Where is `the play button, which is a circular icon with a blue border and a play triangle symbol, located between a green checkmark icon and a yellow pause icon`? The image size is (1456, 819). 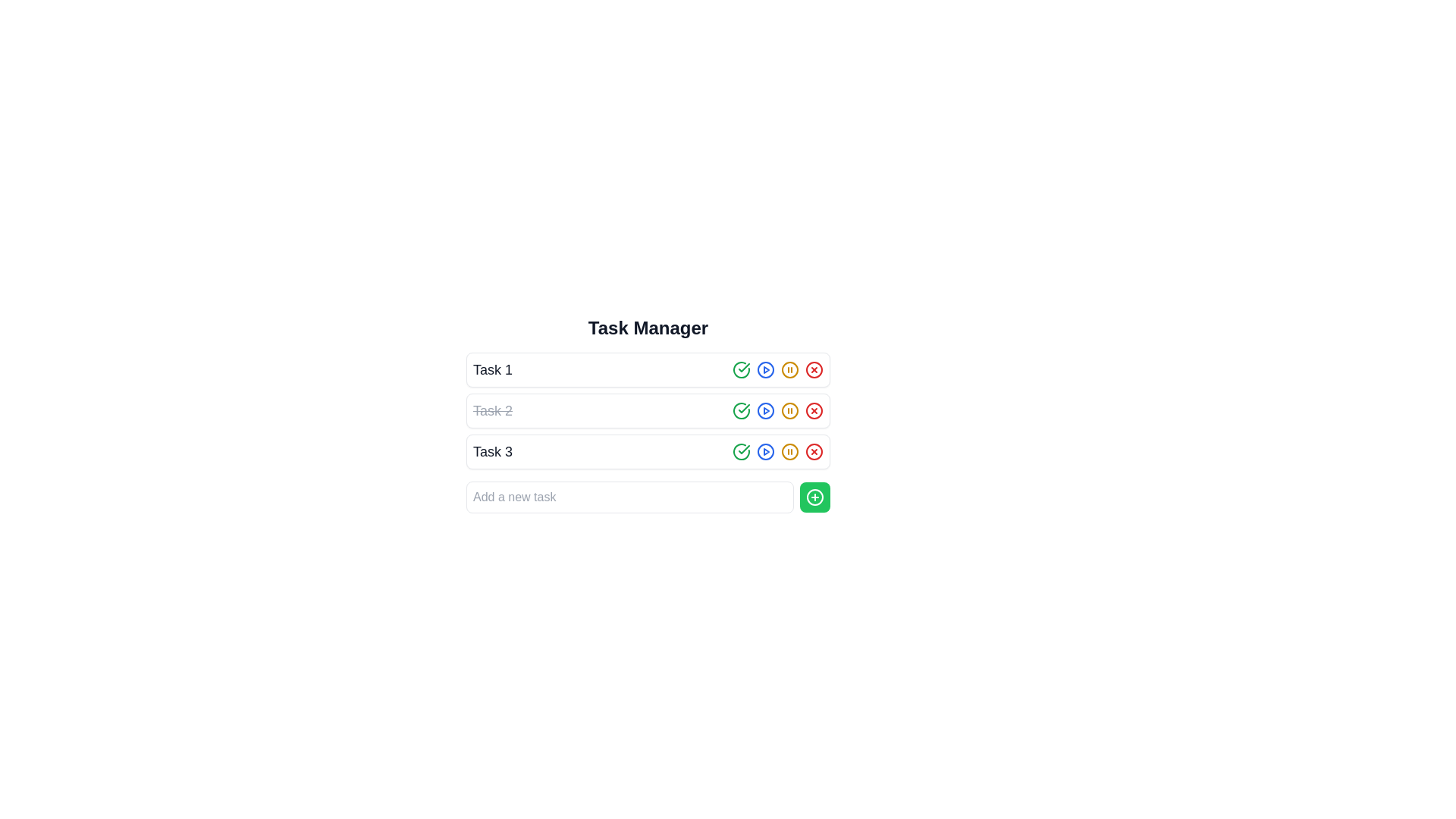
the play button, which is a circular icon with a blue border and a play triangle symbol, located between a green checkmark icon and a yellow pause icon is located at coordinates (765, 451).